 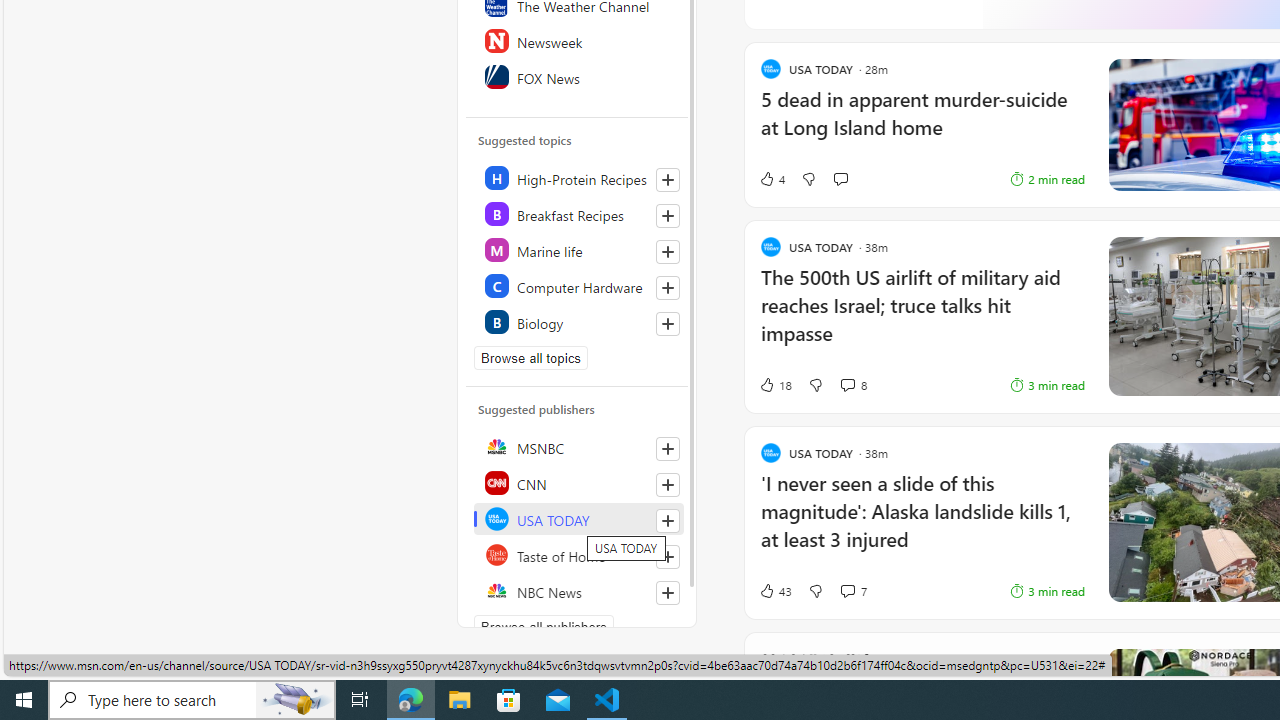 I want to click on 'Browse all publishers', so click(x=544, y=626).